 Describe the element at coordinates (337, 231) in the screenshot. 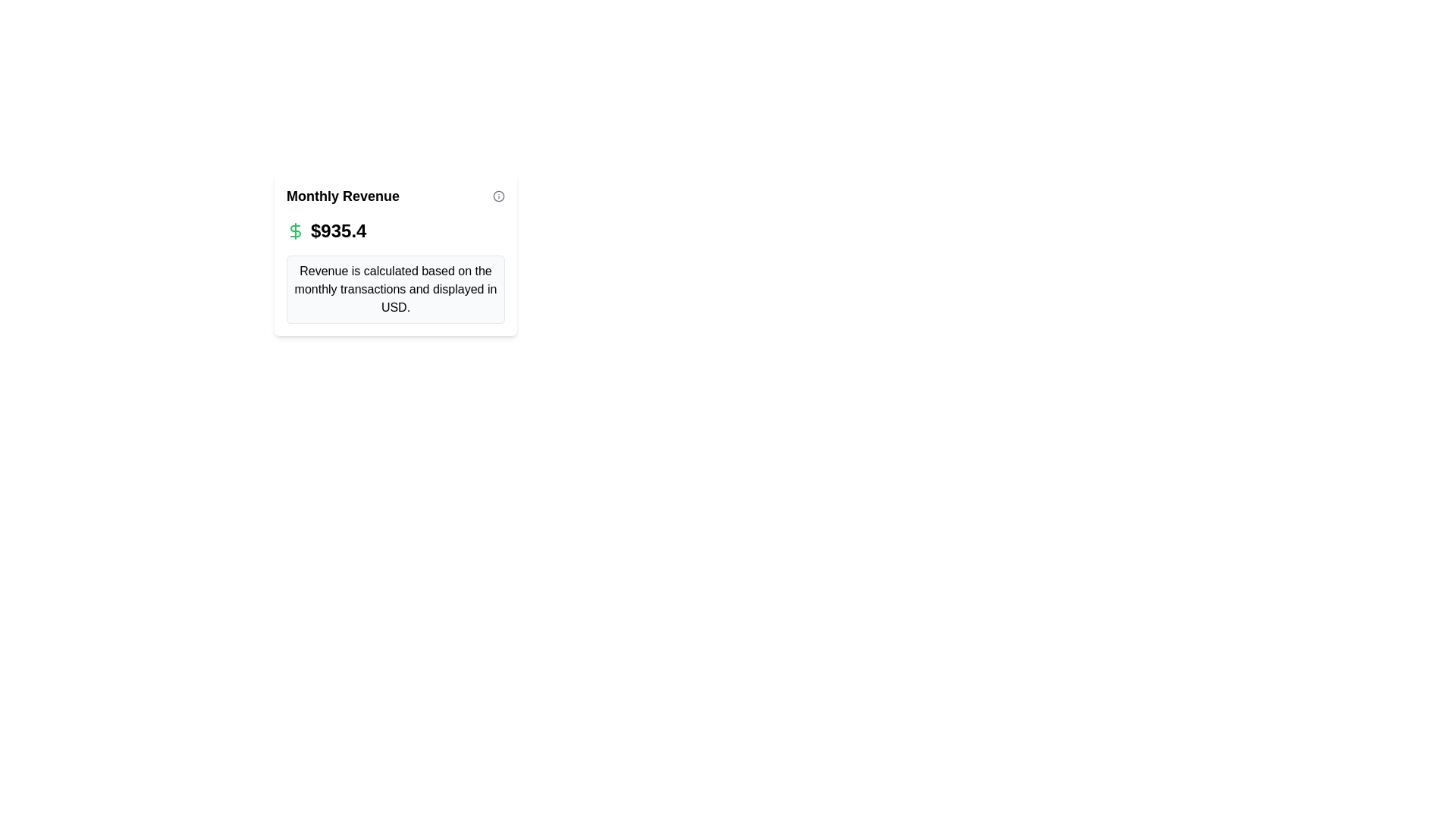

I see `the prominent text label displaying the value '$935.4' which is styled in bold typography and located to the right of a green dollar sign icon in the 'Monthly Revenue' section` at that location.